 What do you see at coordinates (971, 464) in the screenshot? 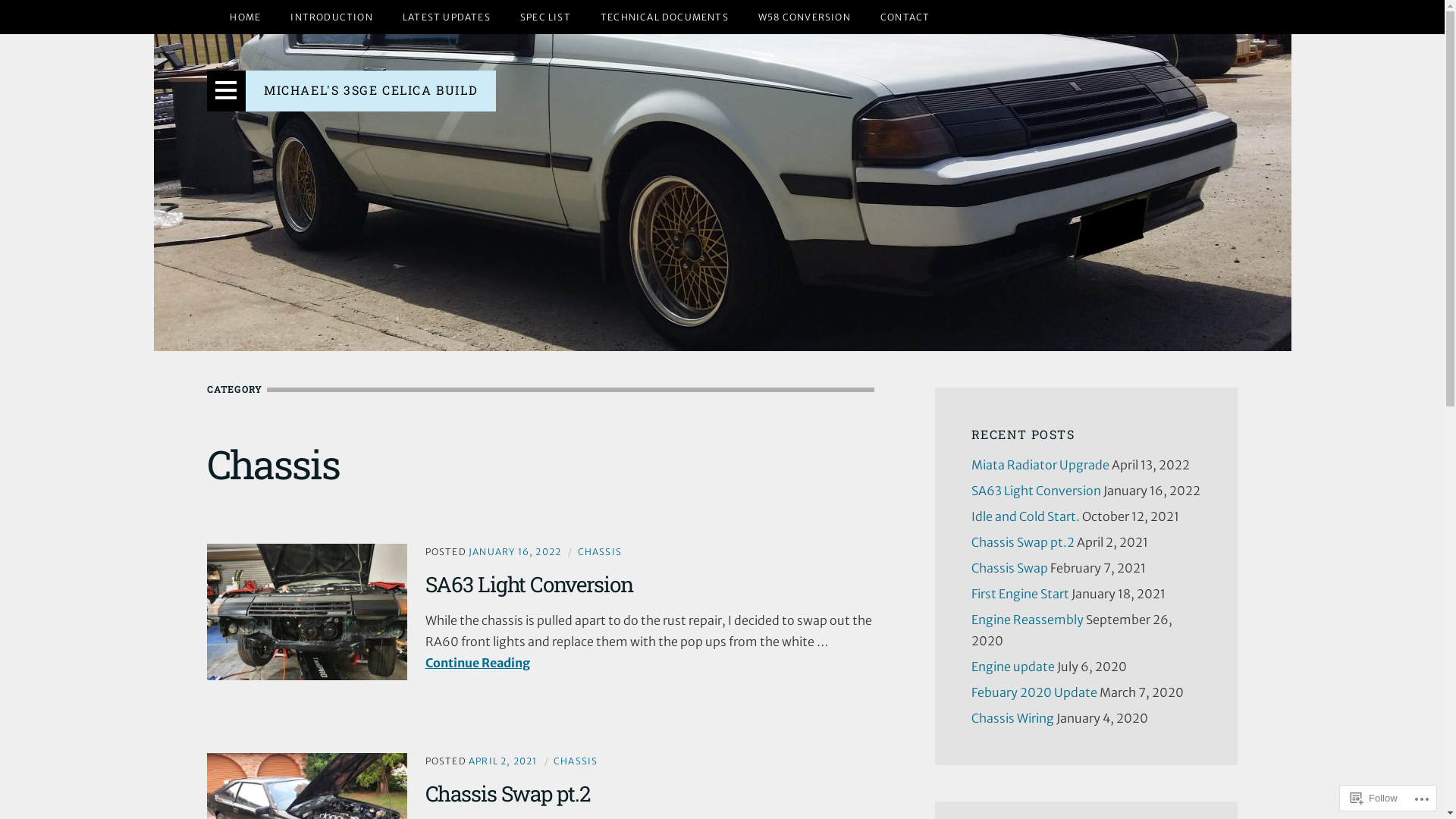
I see `'Miata Radiator Upgrade'` at bounding box center [971, 464].